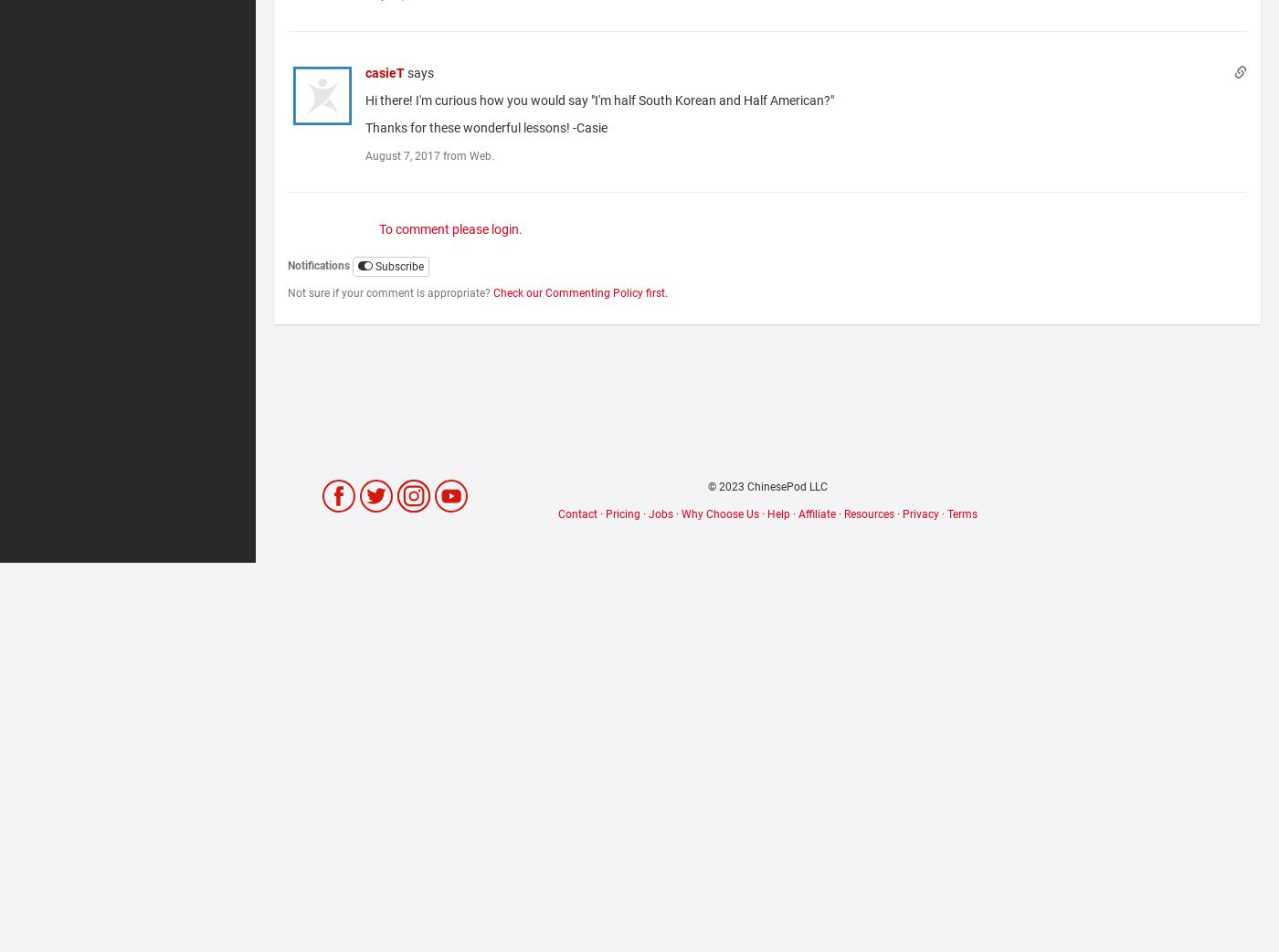 The width and height of the screenshot is (1279, 952). I want to click on 'Check our Commenting Policy first.', so click(492, 293).